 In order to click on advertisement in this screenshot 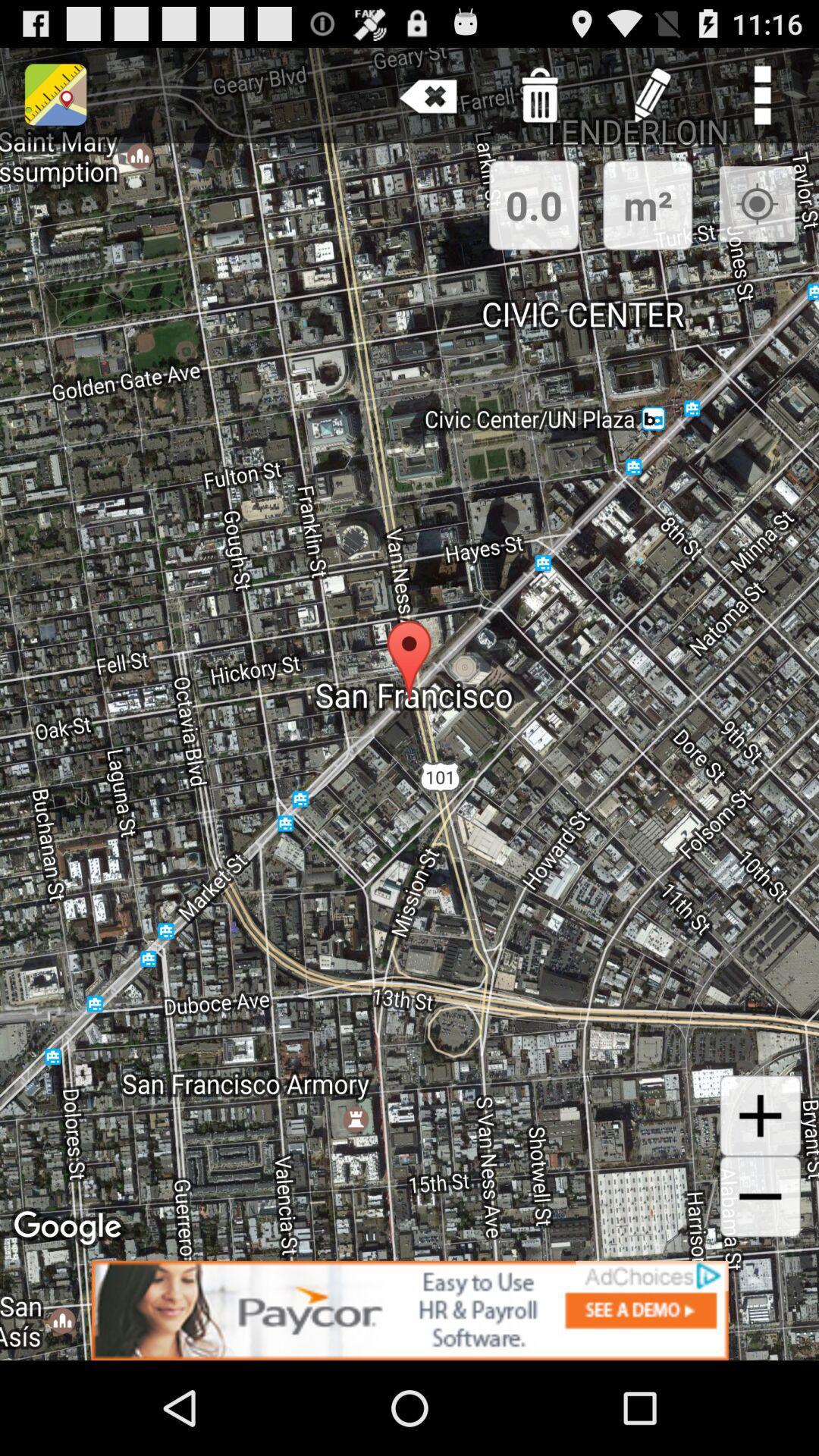, I will do `click(409, 1310)`.